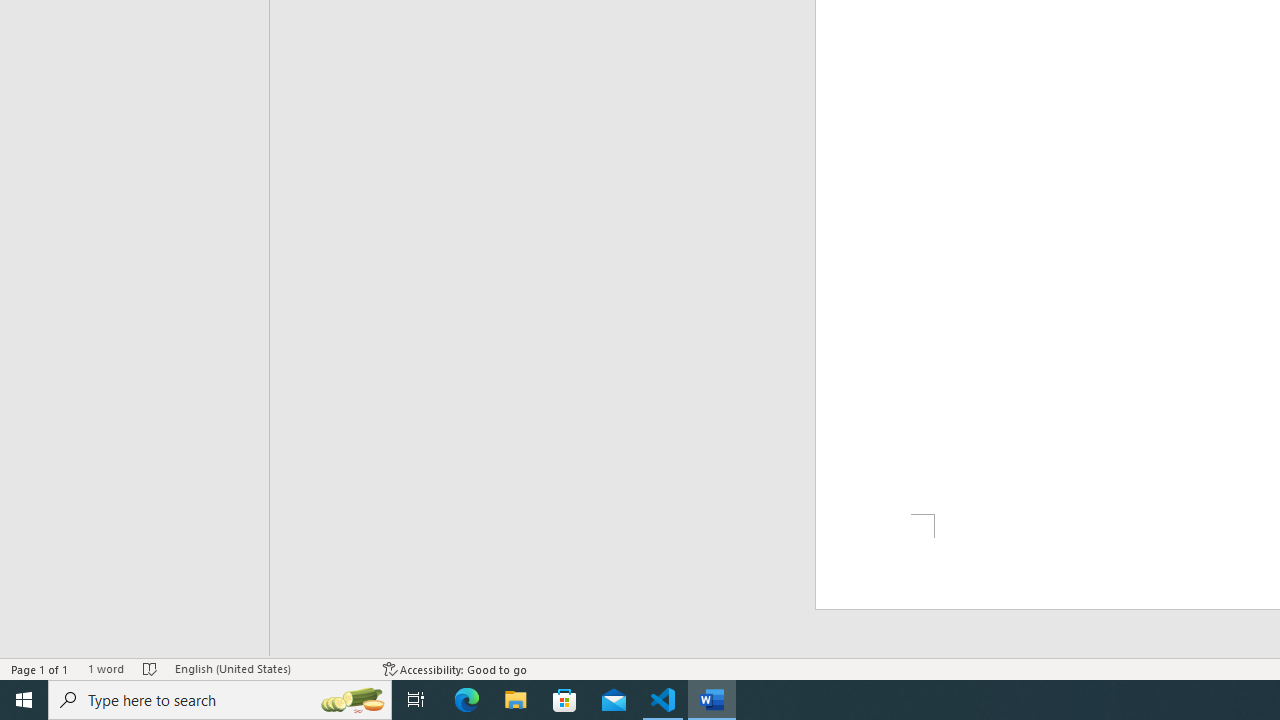 The width and height of the screenshot is (1280, 720). I want to click on 'Accessibility Checker Accessibility: Good to go', so click(454, 669).